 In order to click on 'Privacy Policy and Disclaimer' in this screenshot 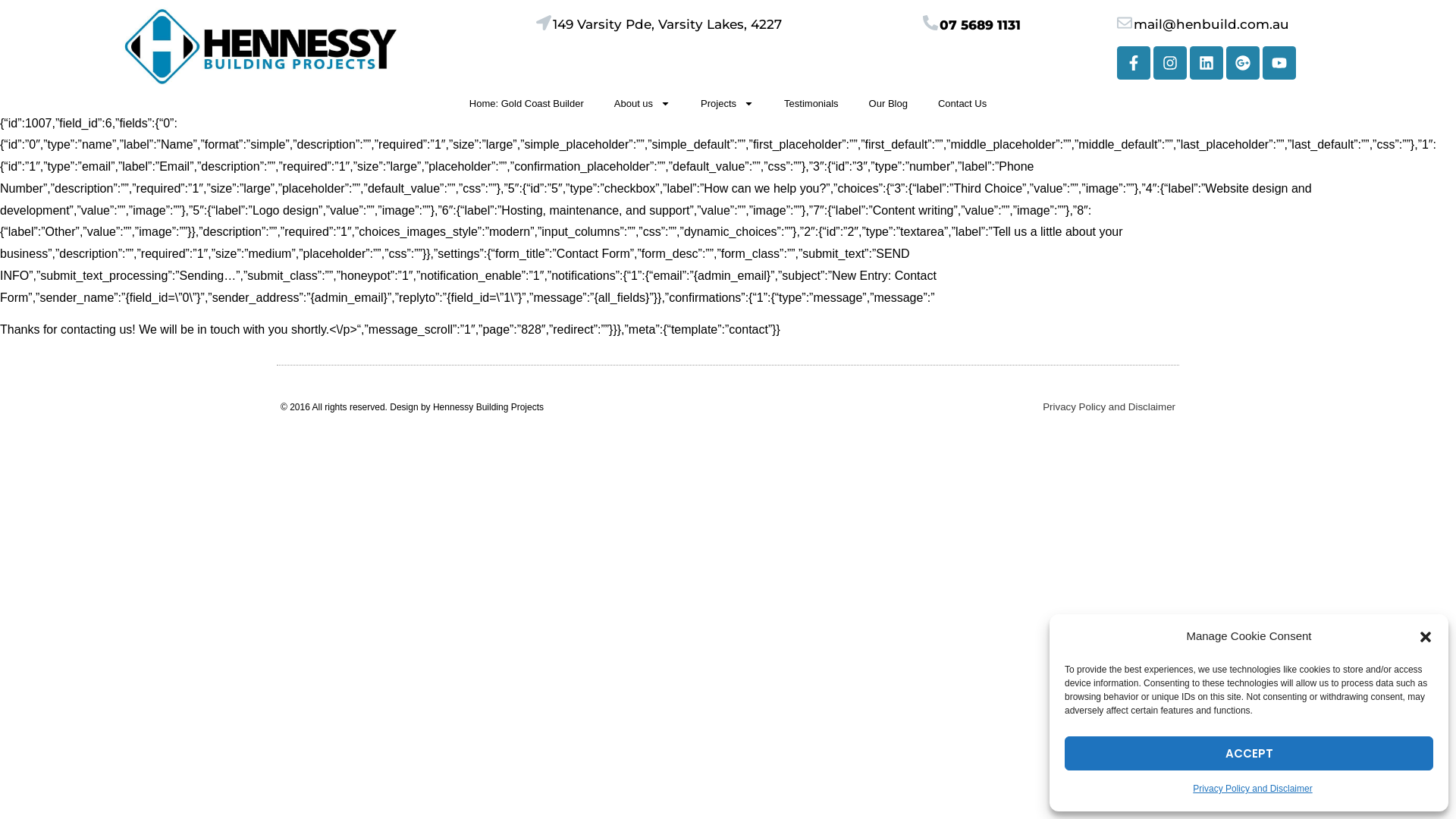, I will do `click(1109, 406)`.